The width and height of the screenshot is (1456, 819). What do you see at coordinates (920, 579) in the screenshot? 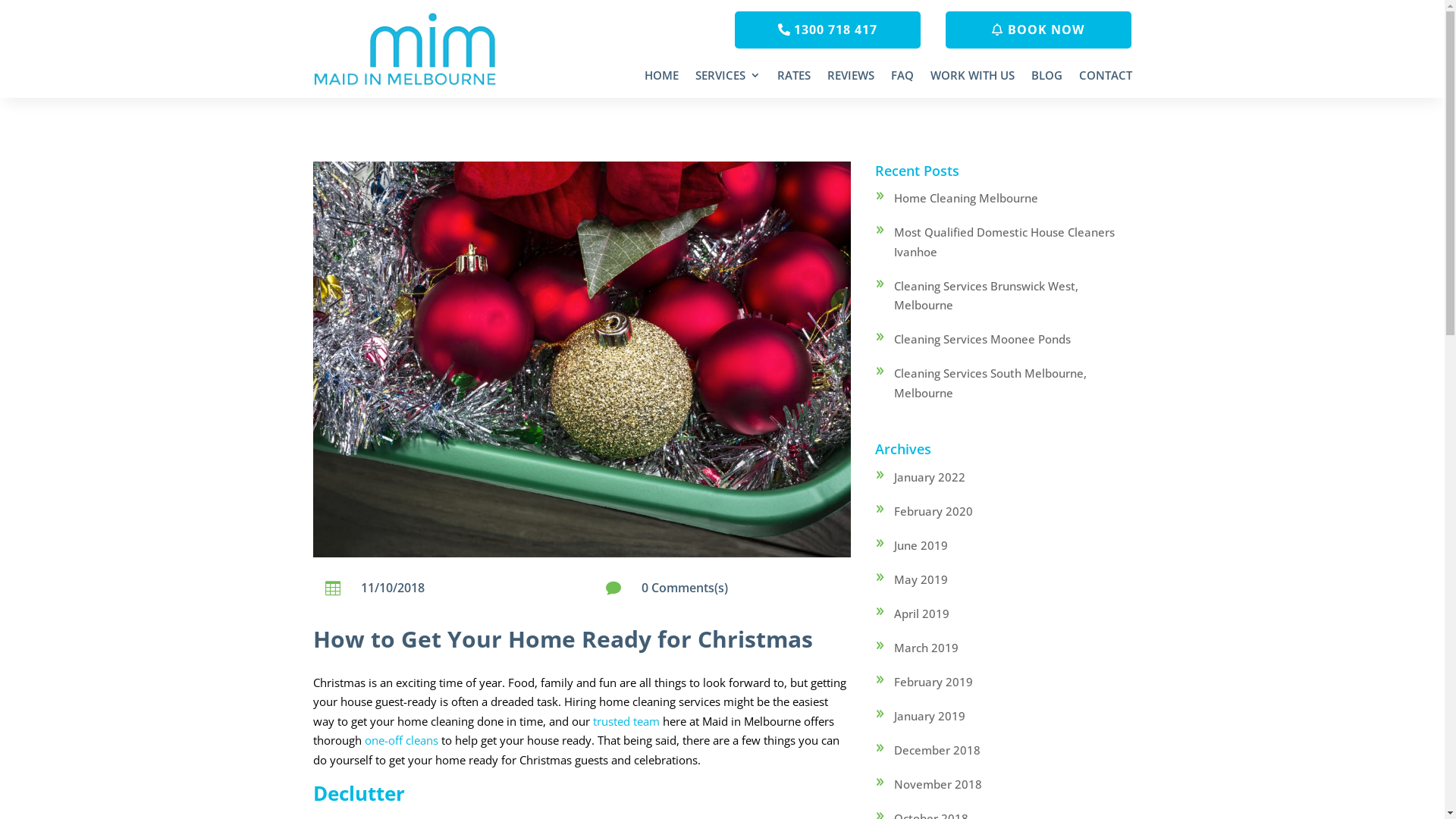
I see `'May 2019'` at bounding box center [920, 579].